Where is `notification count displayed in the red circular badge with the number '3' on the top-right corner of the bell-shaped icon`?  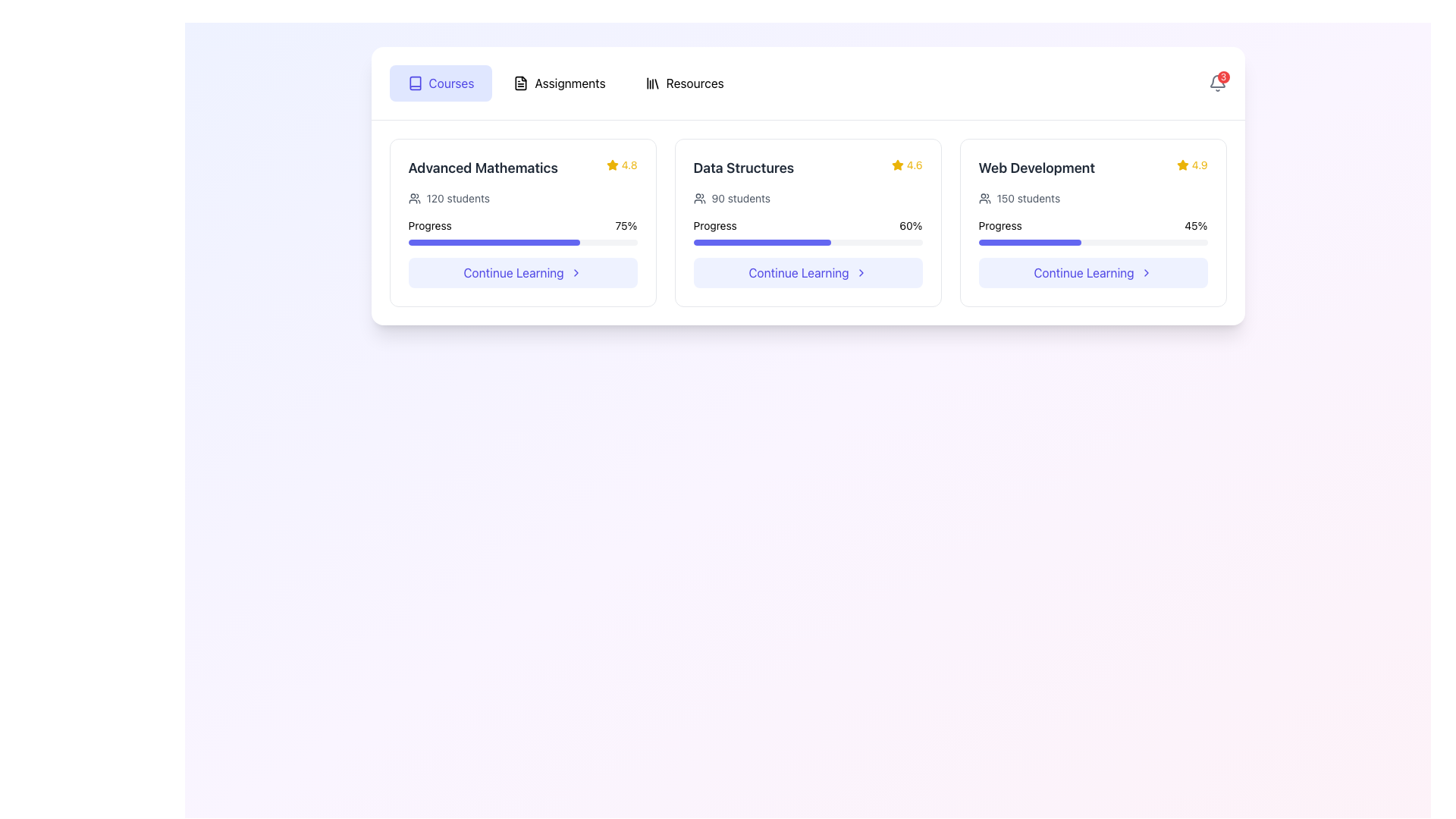
notification count displayed in the red circular badge with the number '3' on the top-right corner of the bell-shaped icon is located at coordinates (1217, 83).